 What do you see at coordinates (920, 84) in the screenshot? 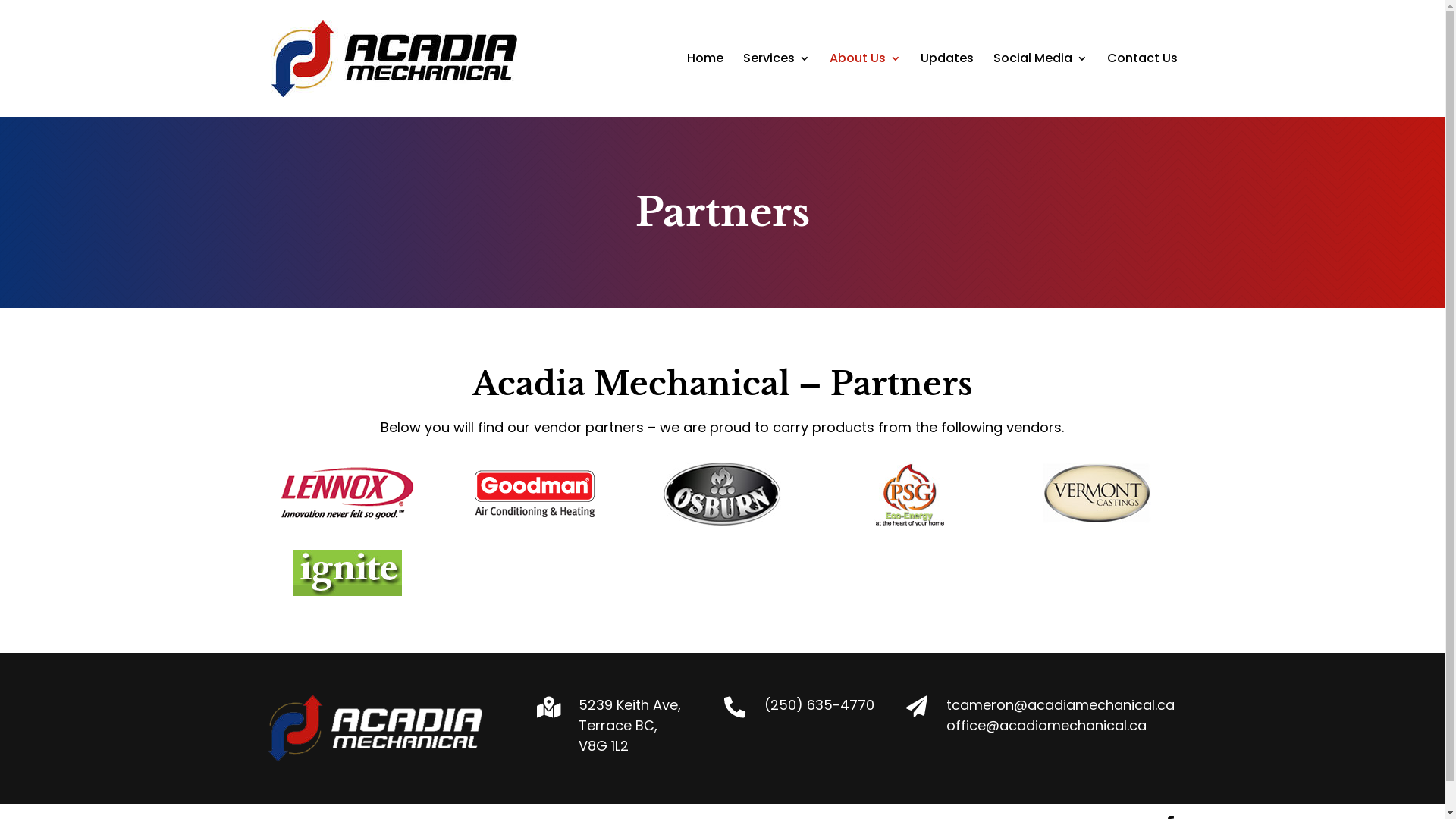
I see `'Updates'` at bounding box center [920, 84].